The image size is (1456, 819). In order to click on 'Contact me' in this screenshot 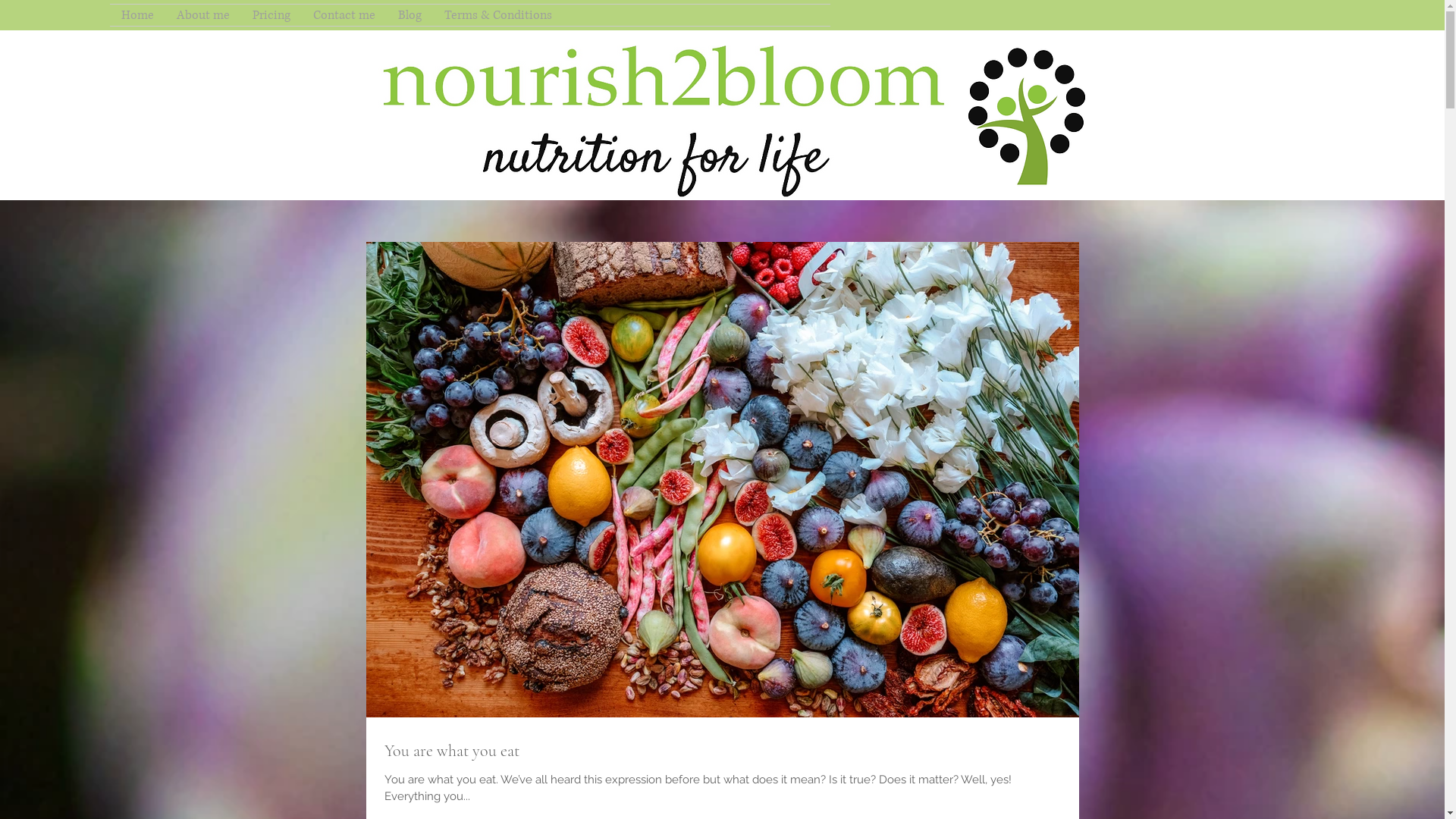, I will do `click(344, 14)`.